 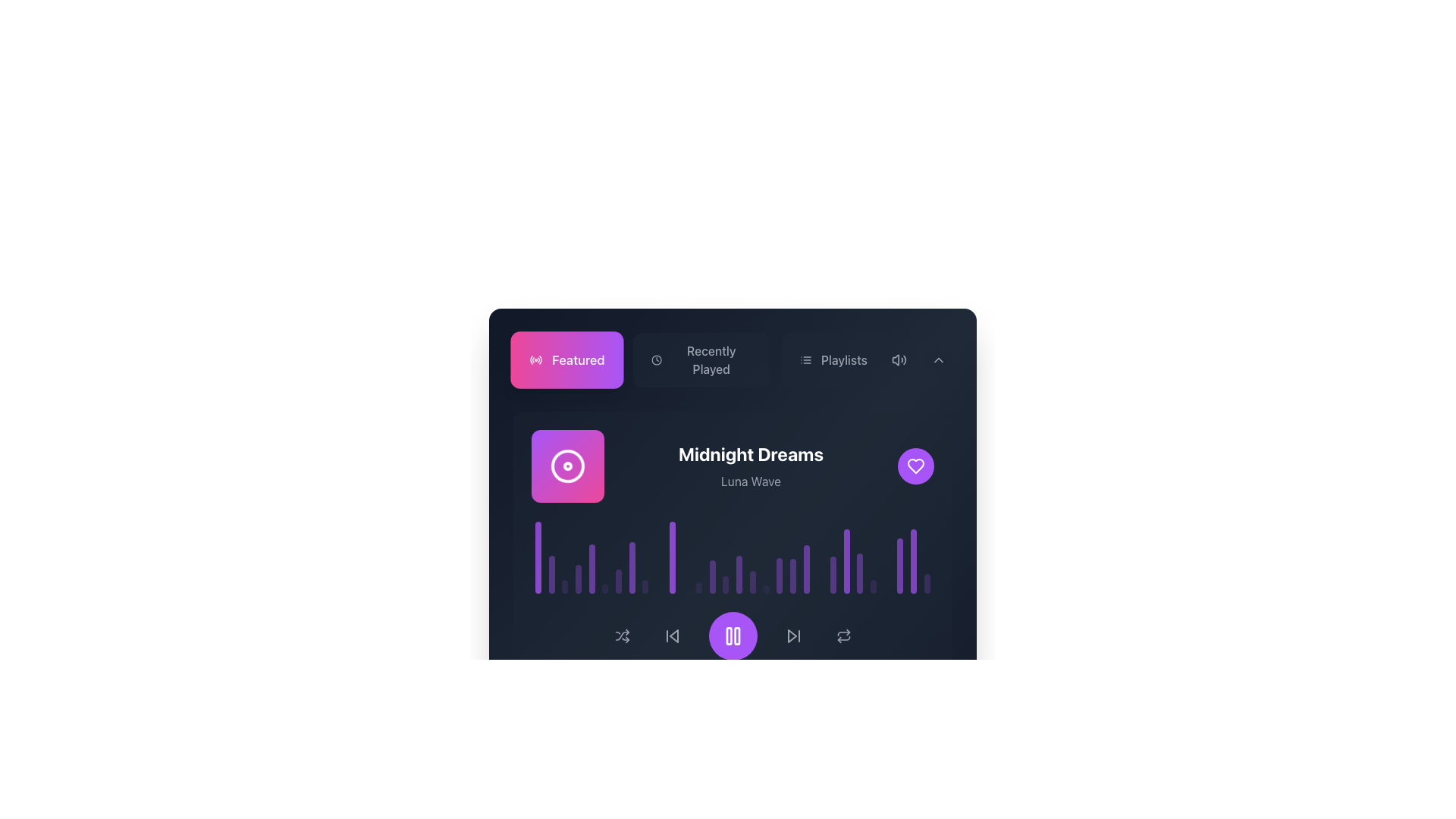 What do you see at coordinates (766, 588) in the screenshot?
I see `the 18th vertical bar in the bar graph, which is a semi-transparent purple line with rounded ends` at bounding box center [766, 588].